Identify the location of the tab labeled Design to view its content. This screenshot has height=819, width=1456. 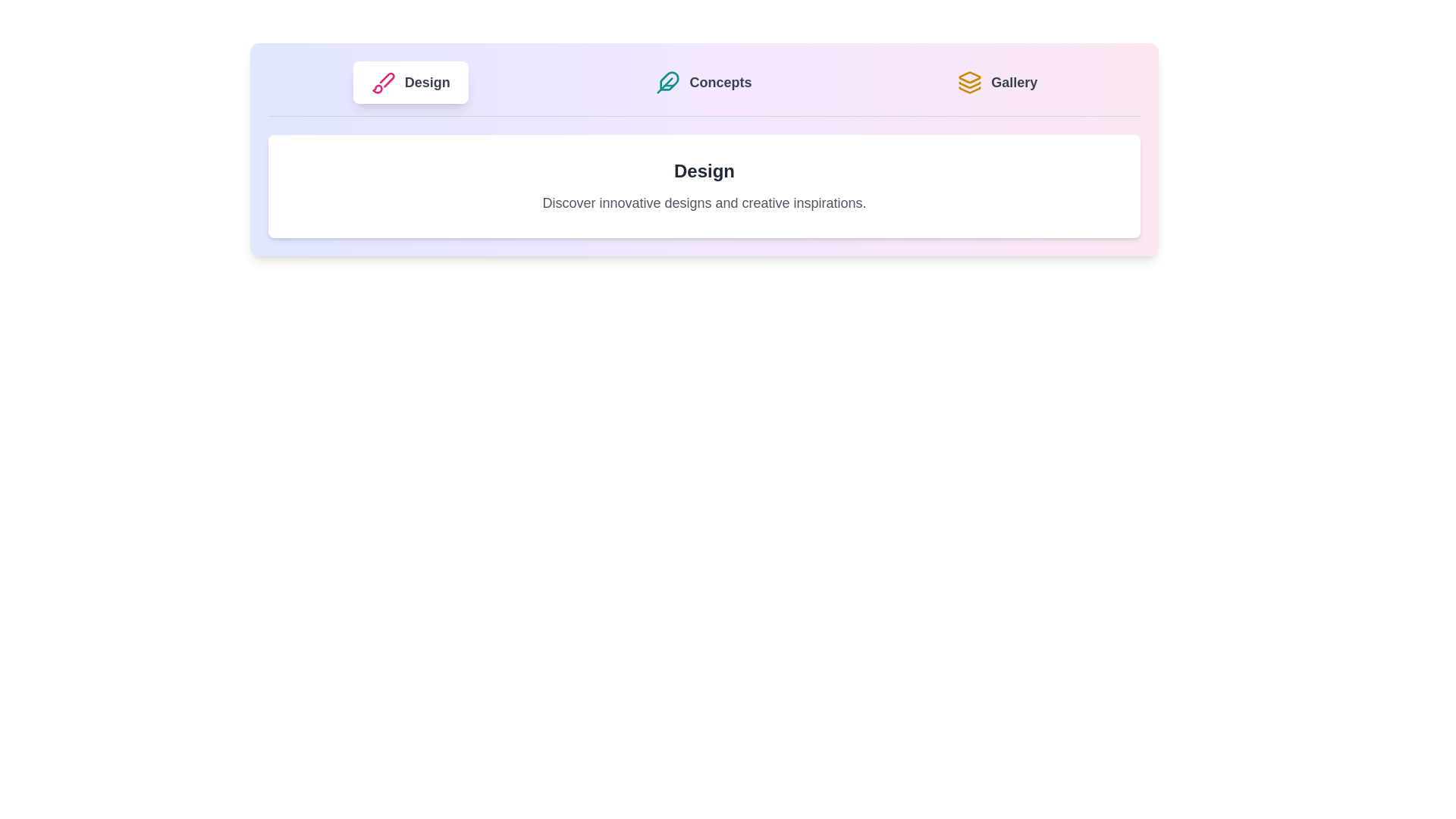
(410, 82).